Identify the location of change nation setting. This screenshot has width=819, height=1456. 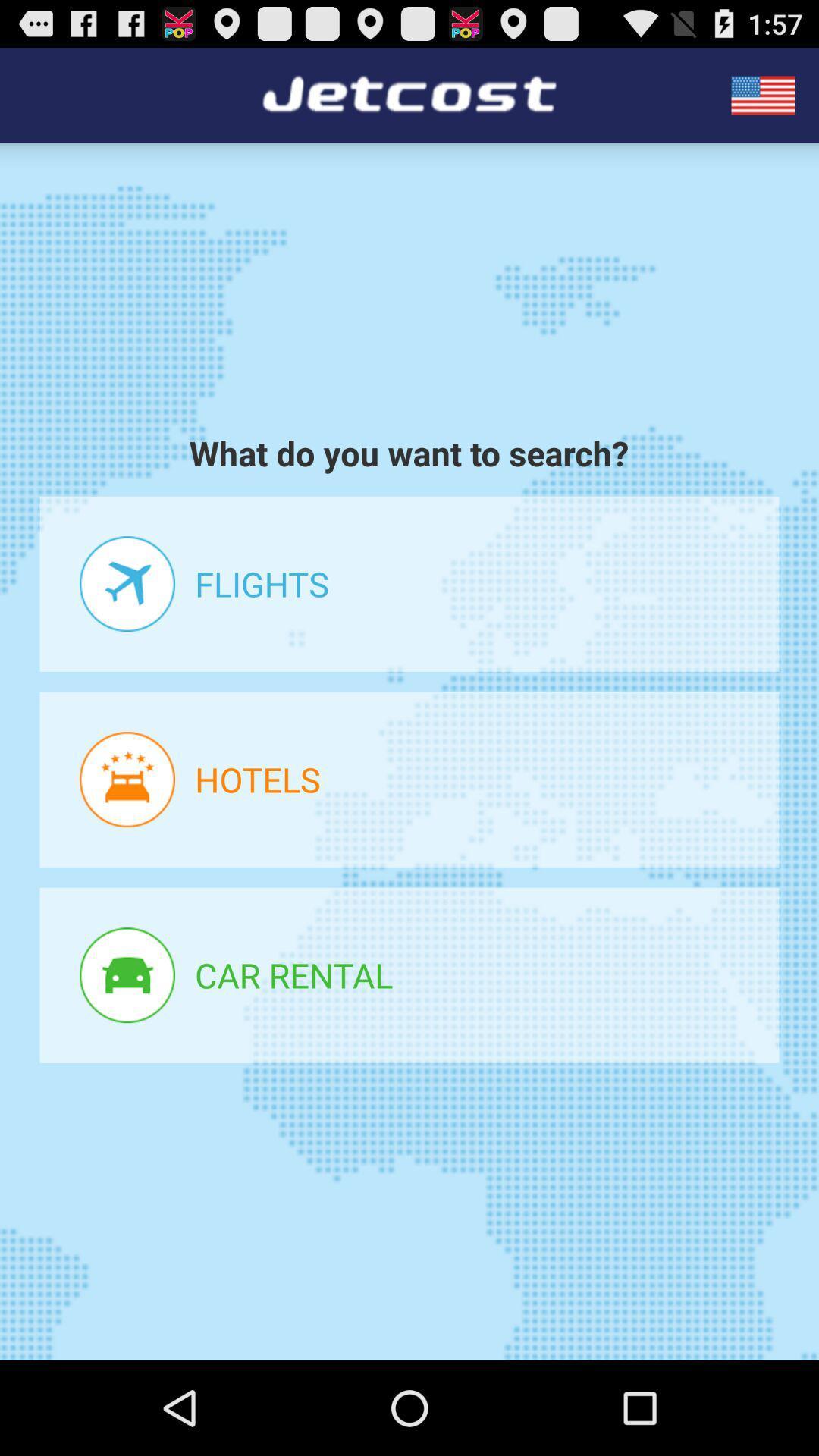
(763, 94).